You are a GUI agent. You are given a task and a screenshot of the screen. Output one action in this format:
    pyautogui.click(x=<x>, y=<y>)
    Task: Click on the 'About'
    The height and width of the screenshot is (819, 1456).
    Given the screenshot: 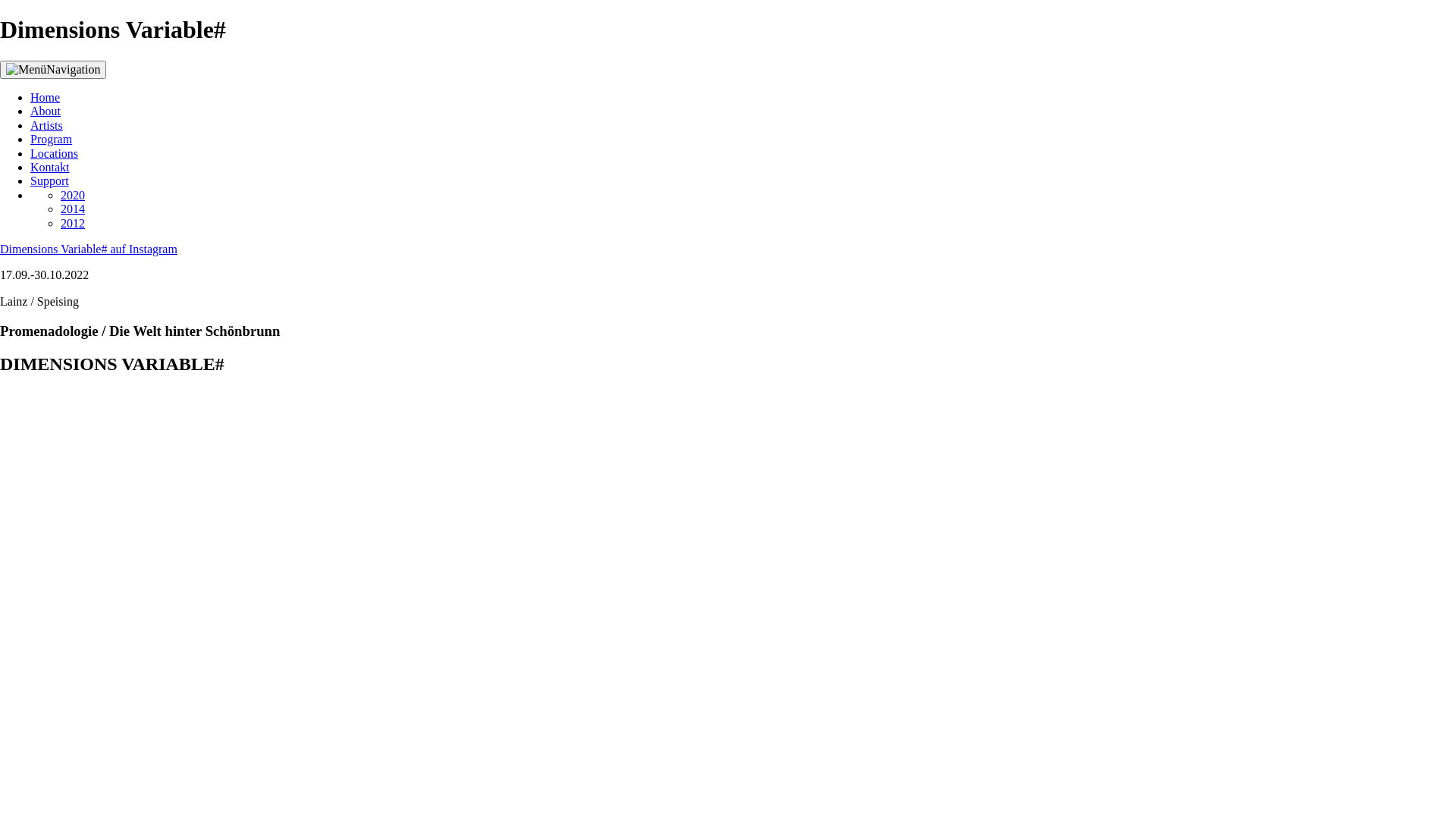 What is the action you would take?
    pyautogui.click(x=45, y=110)
    